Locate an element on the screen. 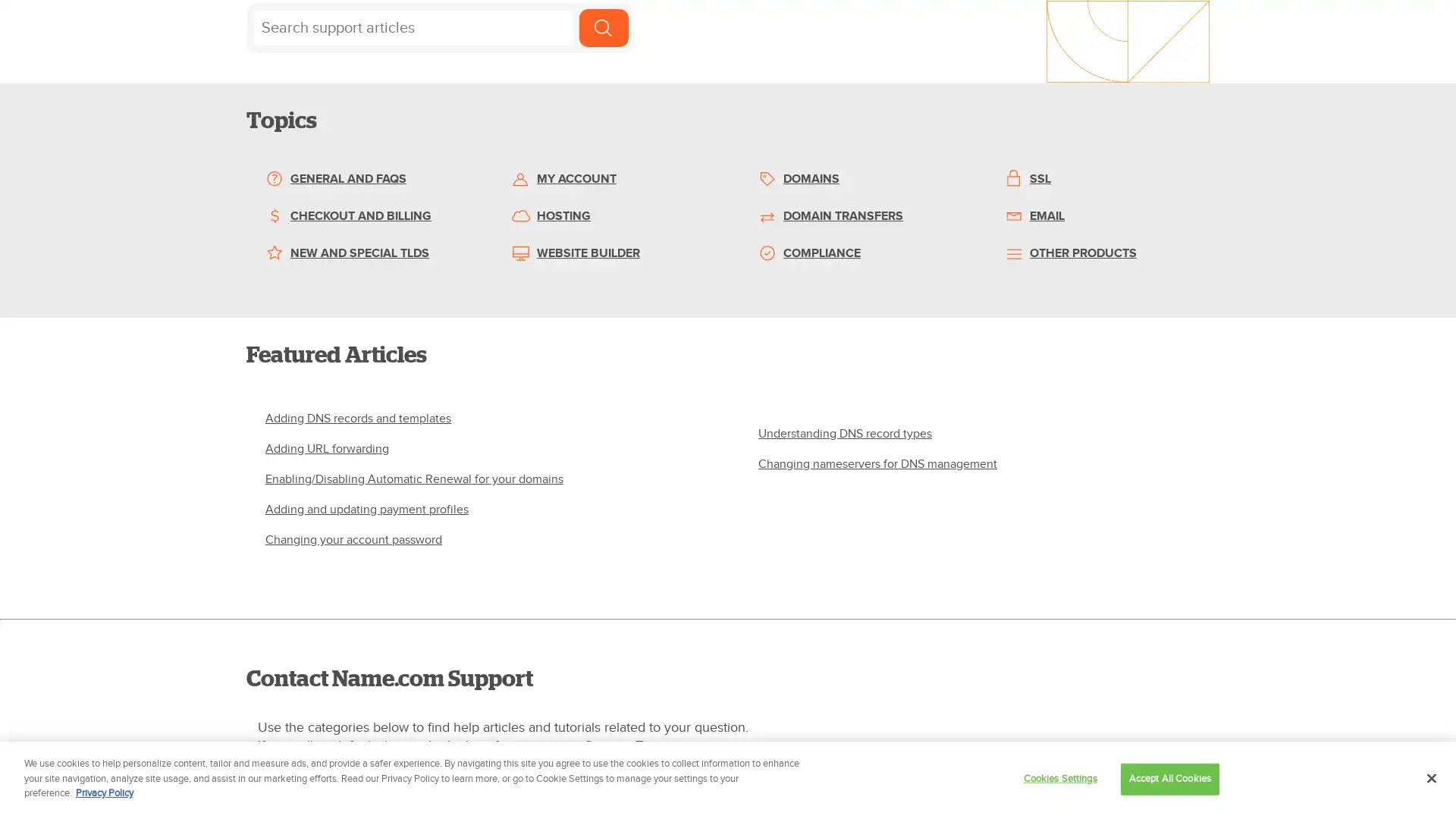  Close is located at coordinates (1430, 778).